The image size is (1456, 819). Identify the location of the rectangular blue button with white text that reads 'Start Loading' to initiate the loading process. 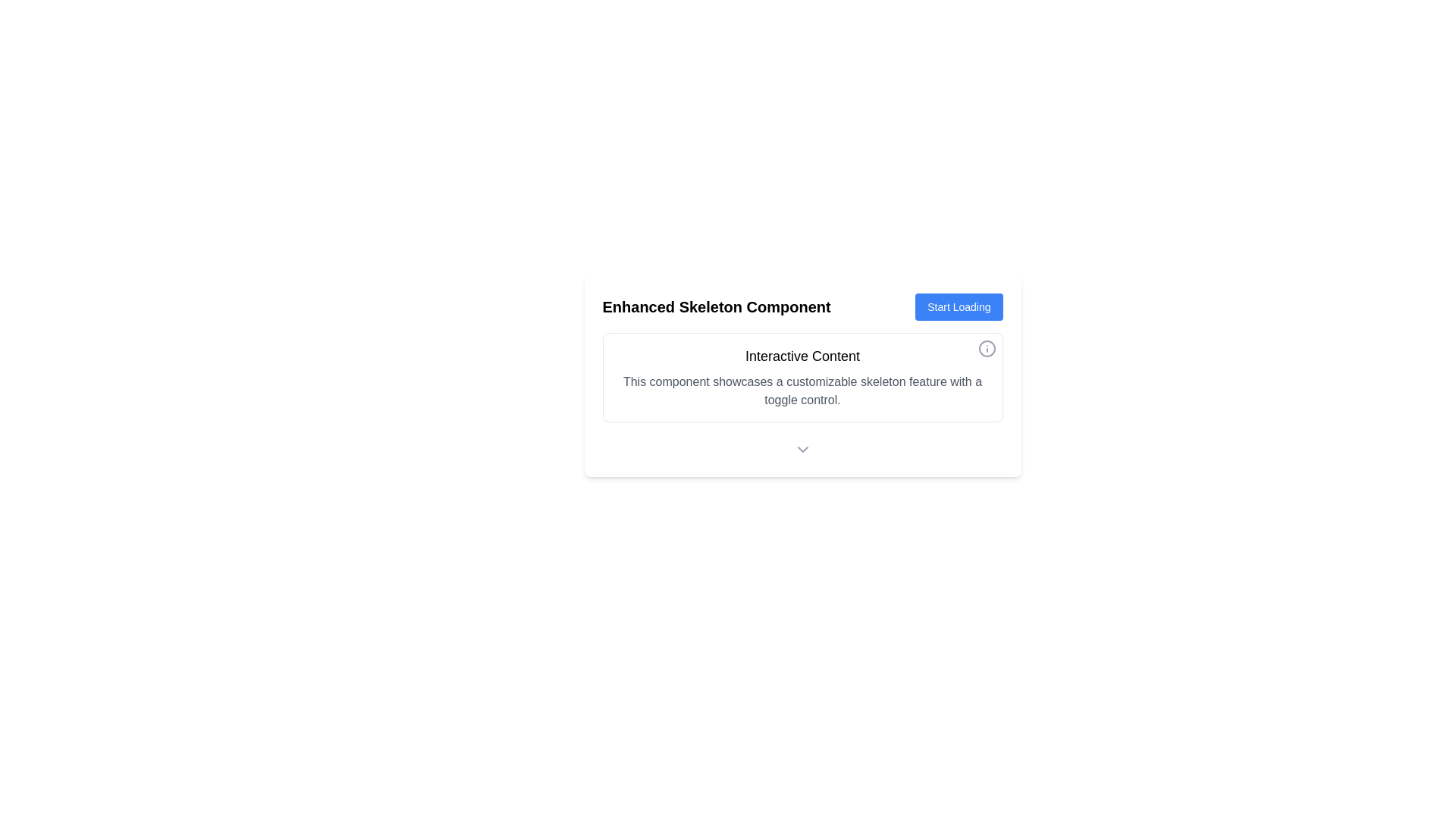
(958, 307).